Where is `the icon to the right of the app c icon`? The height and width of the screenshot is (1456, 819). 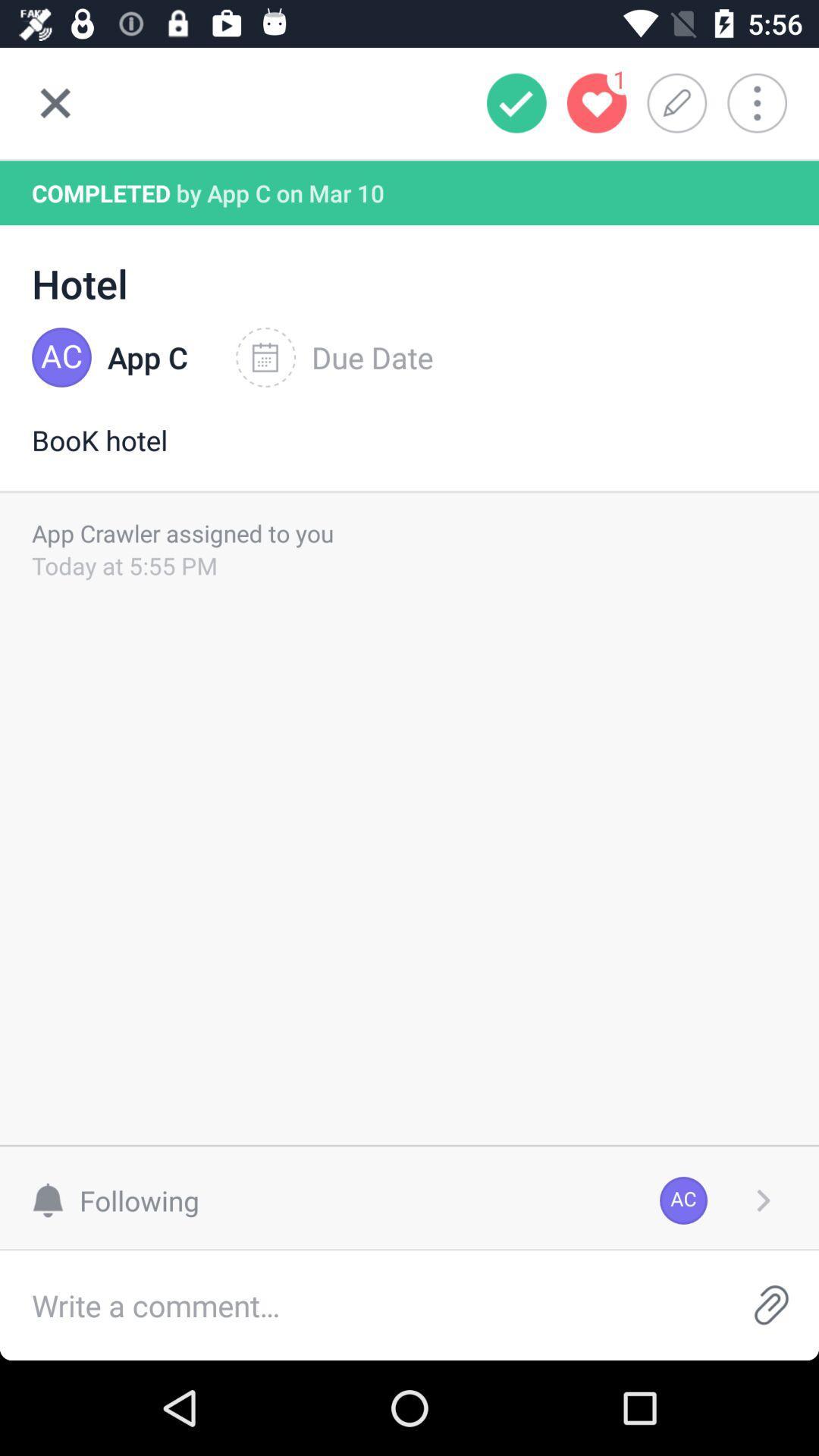
the icon to the right of the app c icon is located at coordinates (334, 356).